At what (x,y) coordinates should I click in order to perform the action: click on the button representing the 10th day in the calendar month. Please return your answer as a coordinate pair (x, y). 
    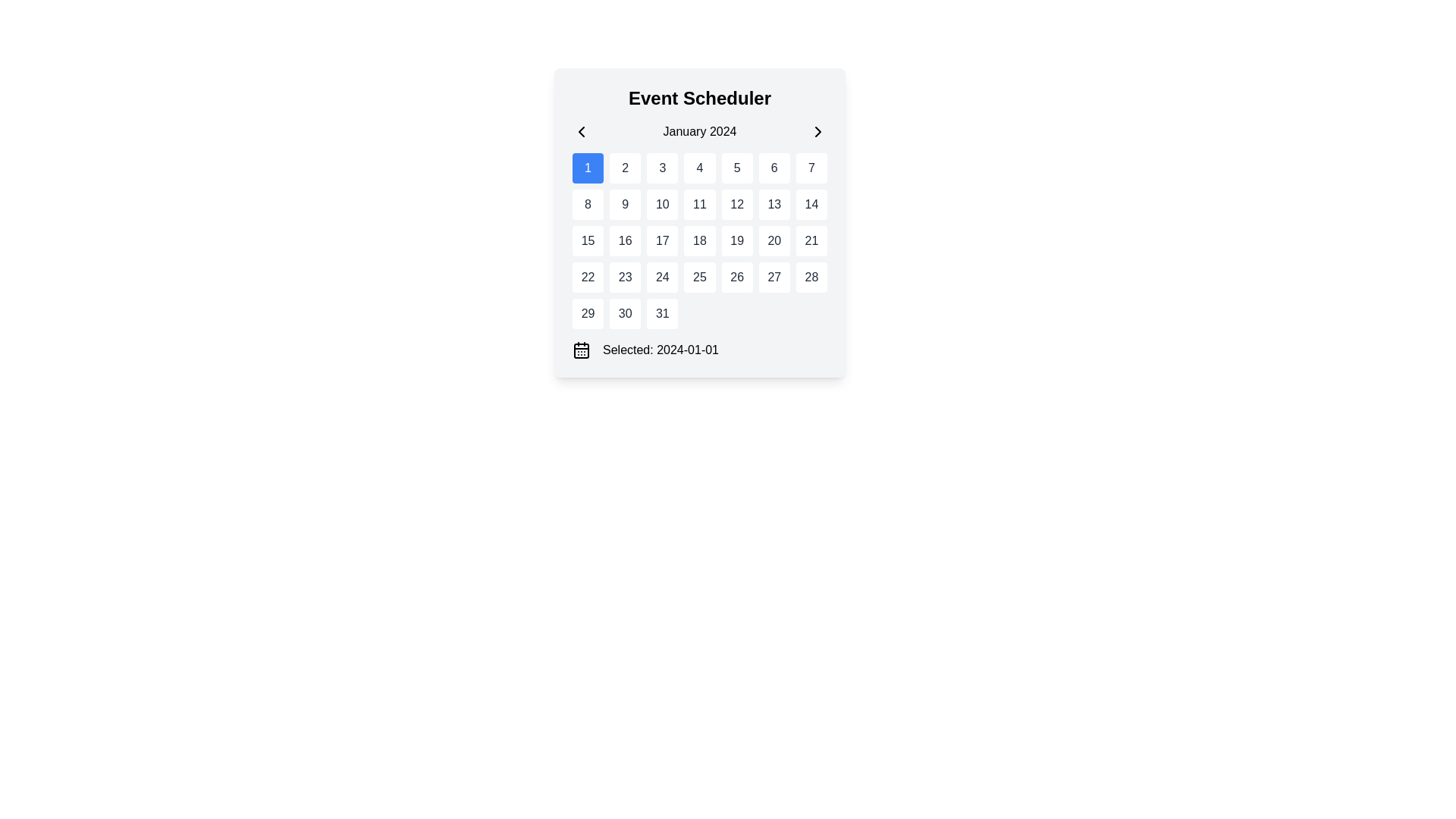
    Looking at the image, I should click on (662, 205).